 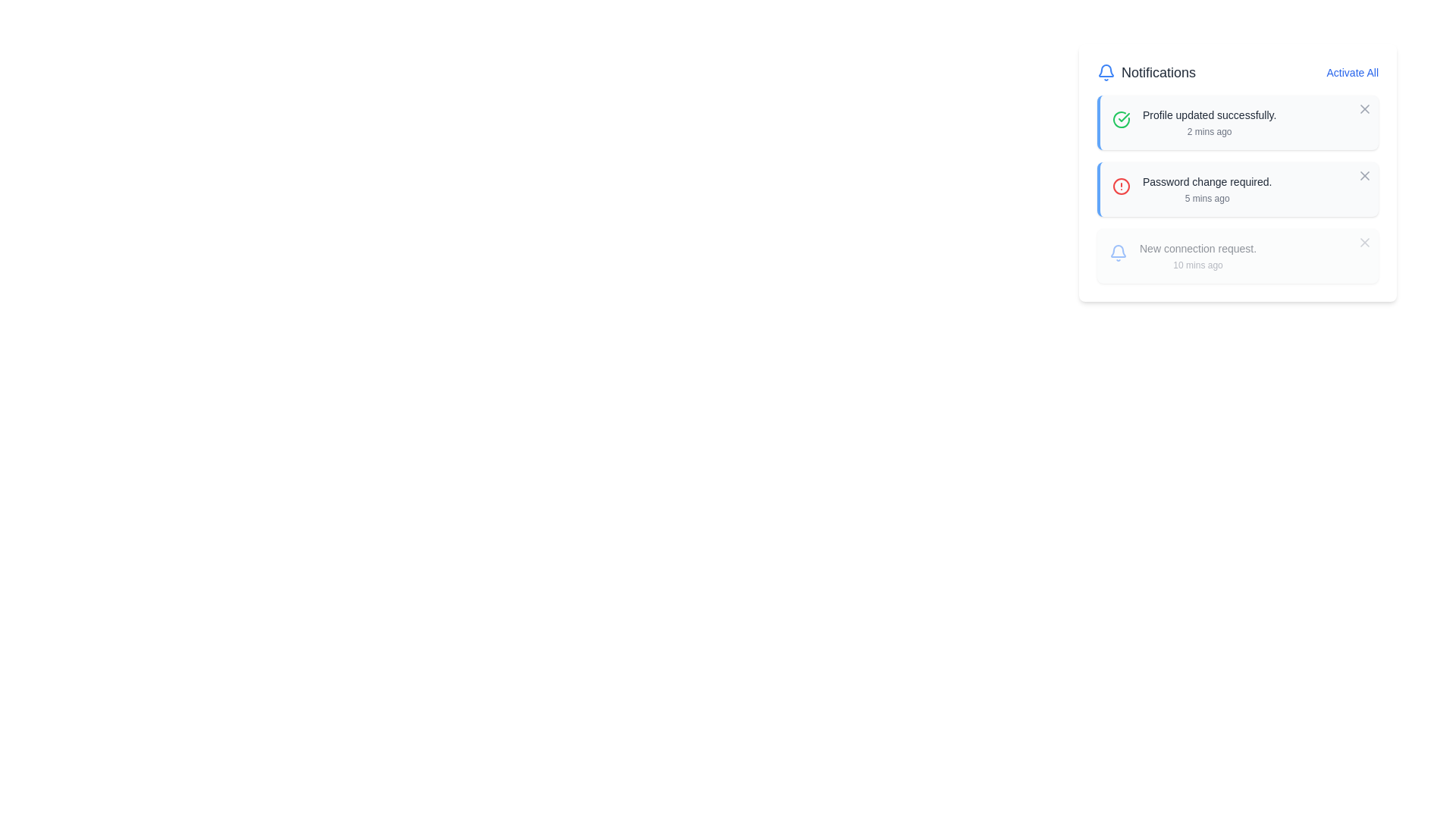 What do you see at coordinates (1121, 186) in the screenshot?
I see `the red circular part of the warning icon located inside the second notification item in the dropdown` at bounding box center [1121, 186].